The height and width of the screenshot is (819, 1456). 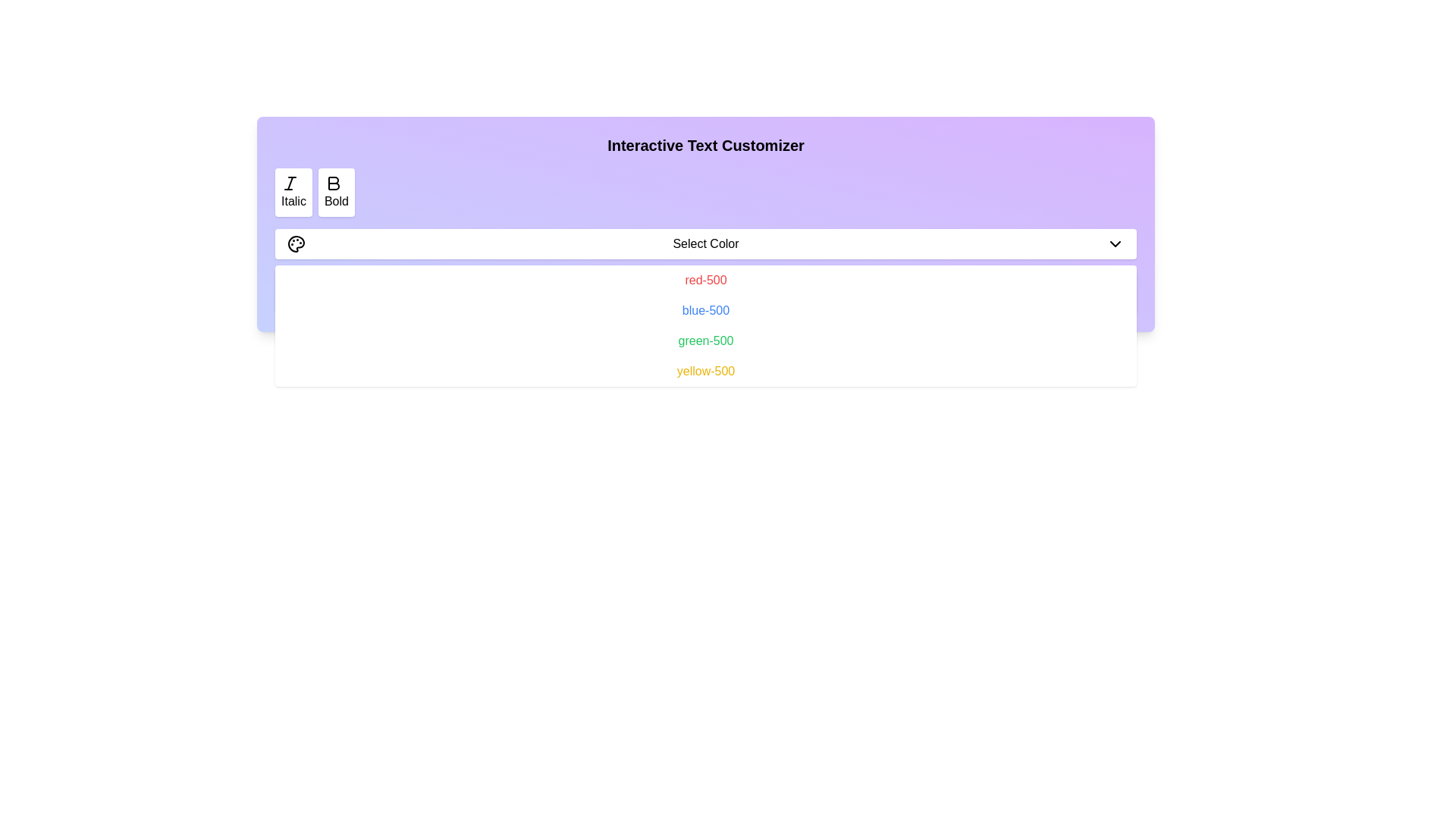 What do you see at coordinates (705, 340) in the screenshot?
I see `the 'green-500' color theme option in the dropdown menu, which is the third item in the vertically stacked list of color options` at bounding box center [705, 340].